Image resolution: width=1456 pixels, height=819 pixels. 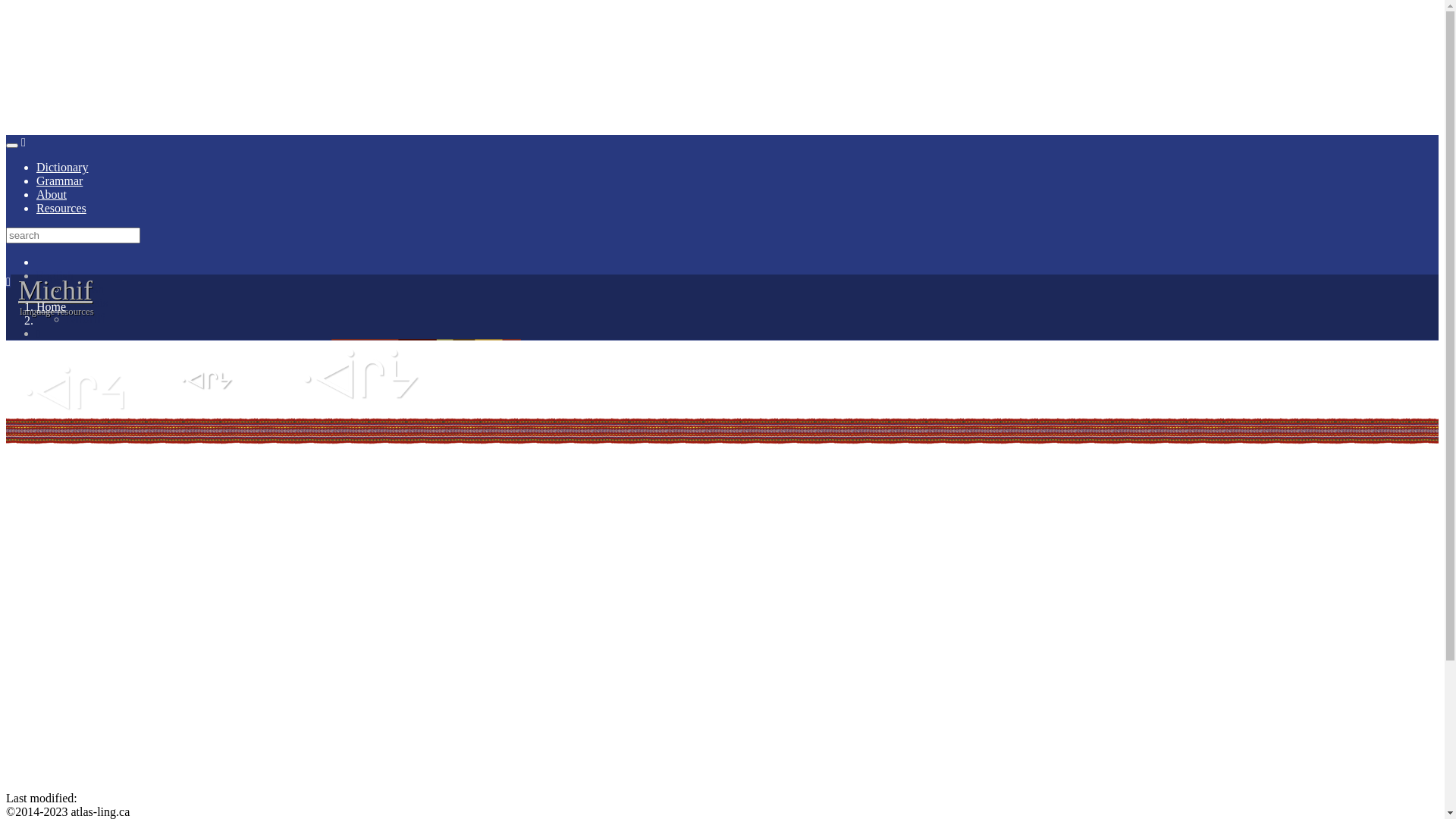 What do you see at coordinates (85, 317) in the screenshot?
I see `'Michif'` at bounding box center [85, 317].